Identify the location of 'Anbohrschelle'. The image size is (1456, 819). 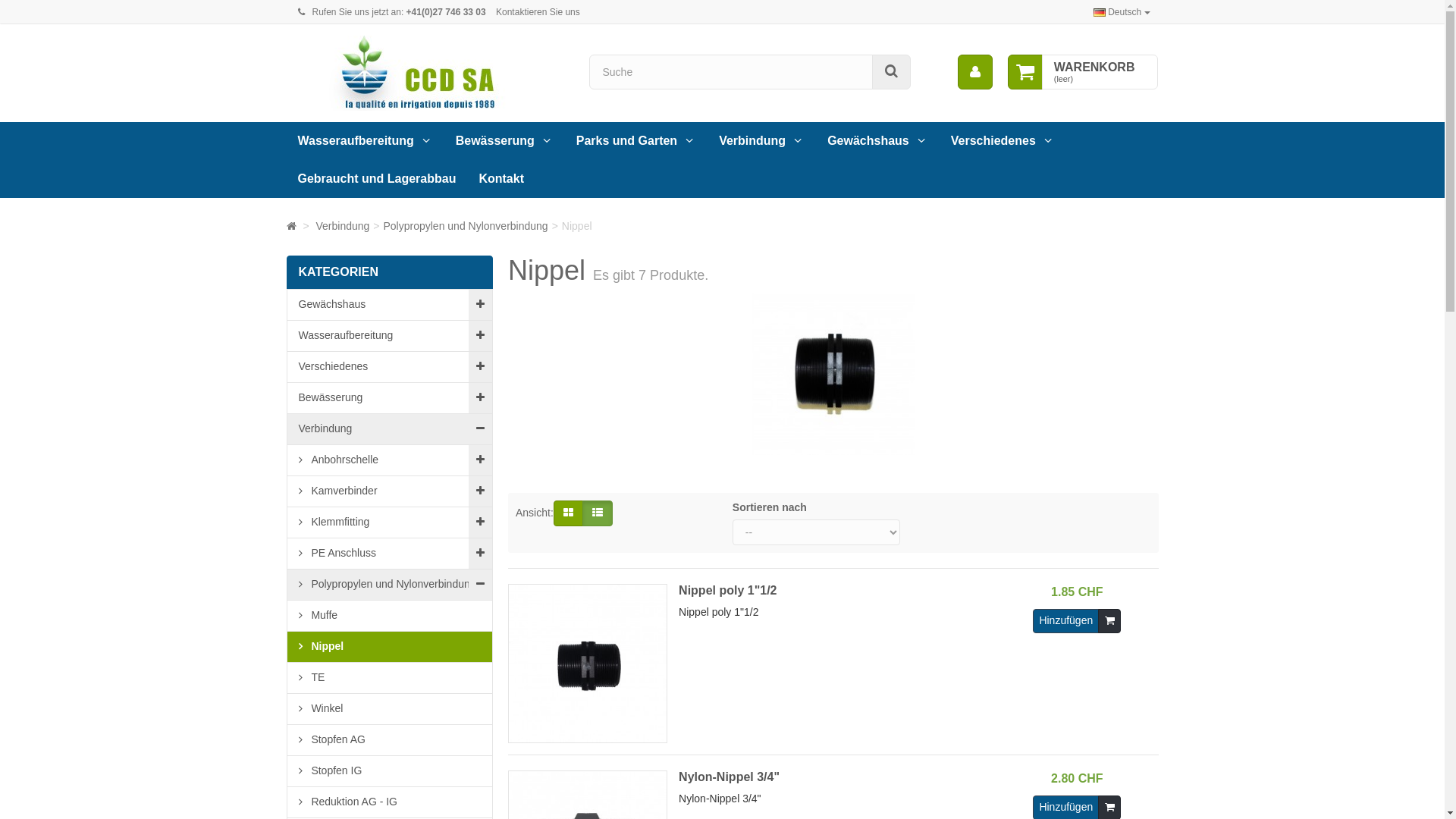
(287, 459).